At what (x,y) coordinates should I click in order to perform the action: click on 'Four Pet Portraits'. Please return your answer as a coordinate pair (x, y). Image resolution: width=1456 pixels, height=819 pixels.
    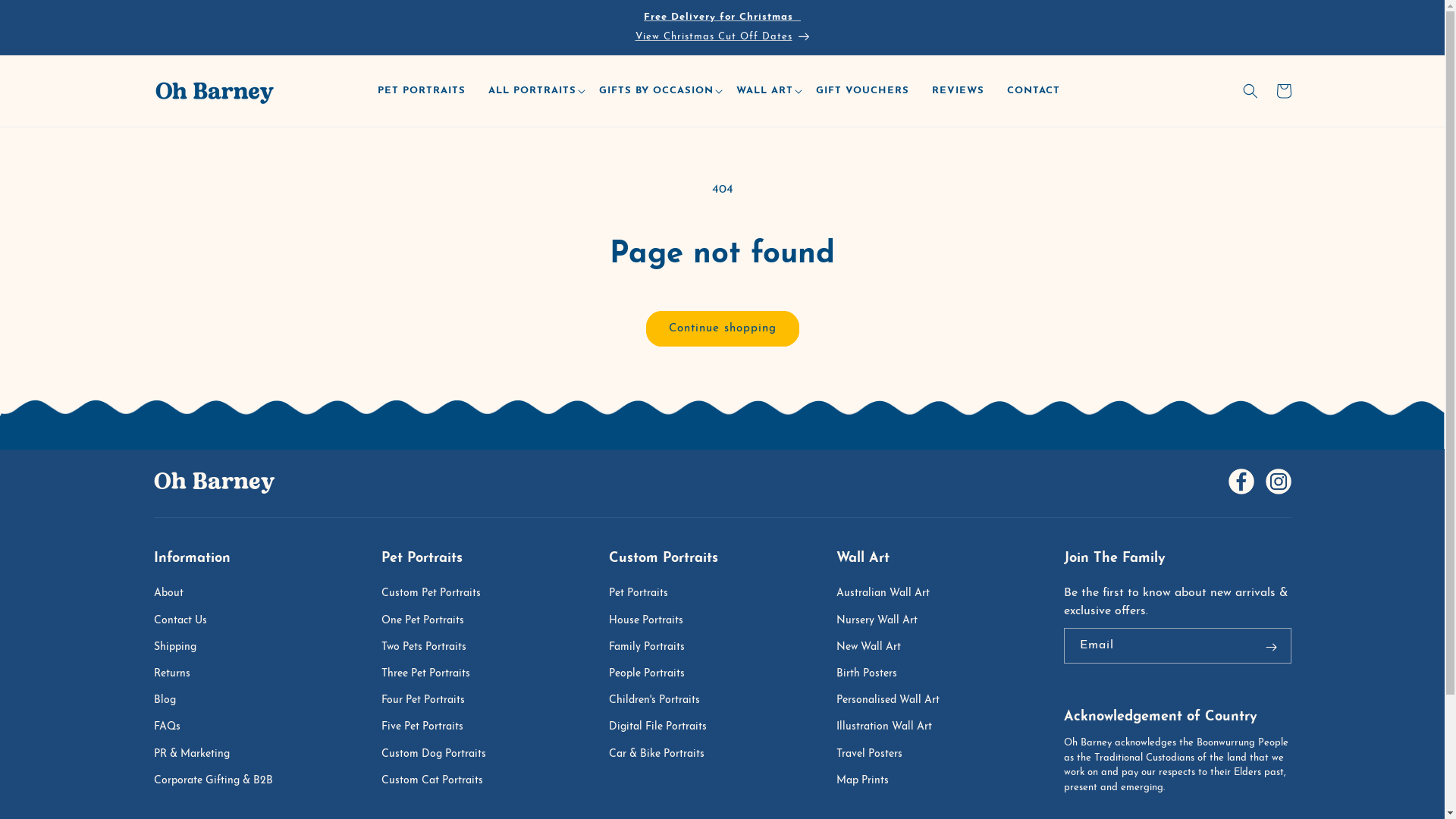
    Looking at the image, I should click on (428, 700).